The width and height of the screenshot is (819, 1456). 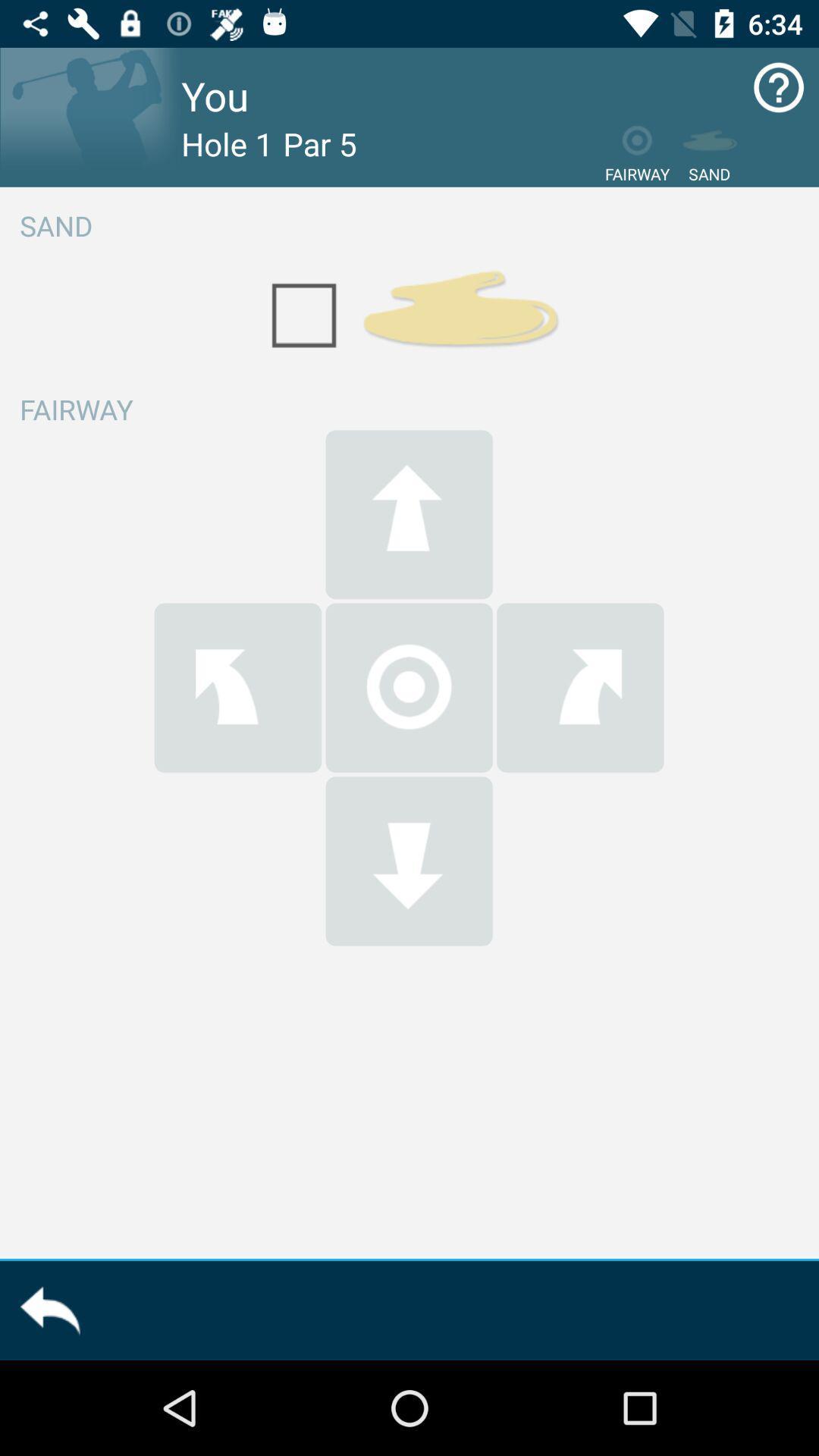 What do you see at coordinates (237, 687) in the screenshot?
I see `go left of the fairway` at bounding box center [237, 687].